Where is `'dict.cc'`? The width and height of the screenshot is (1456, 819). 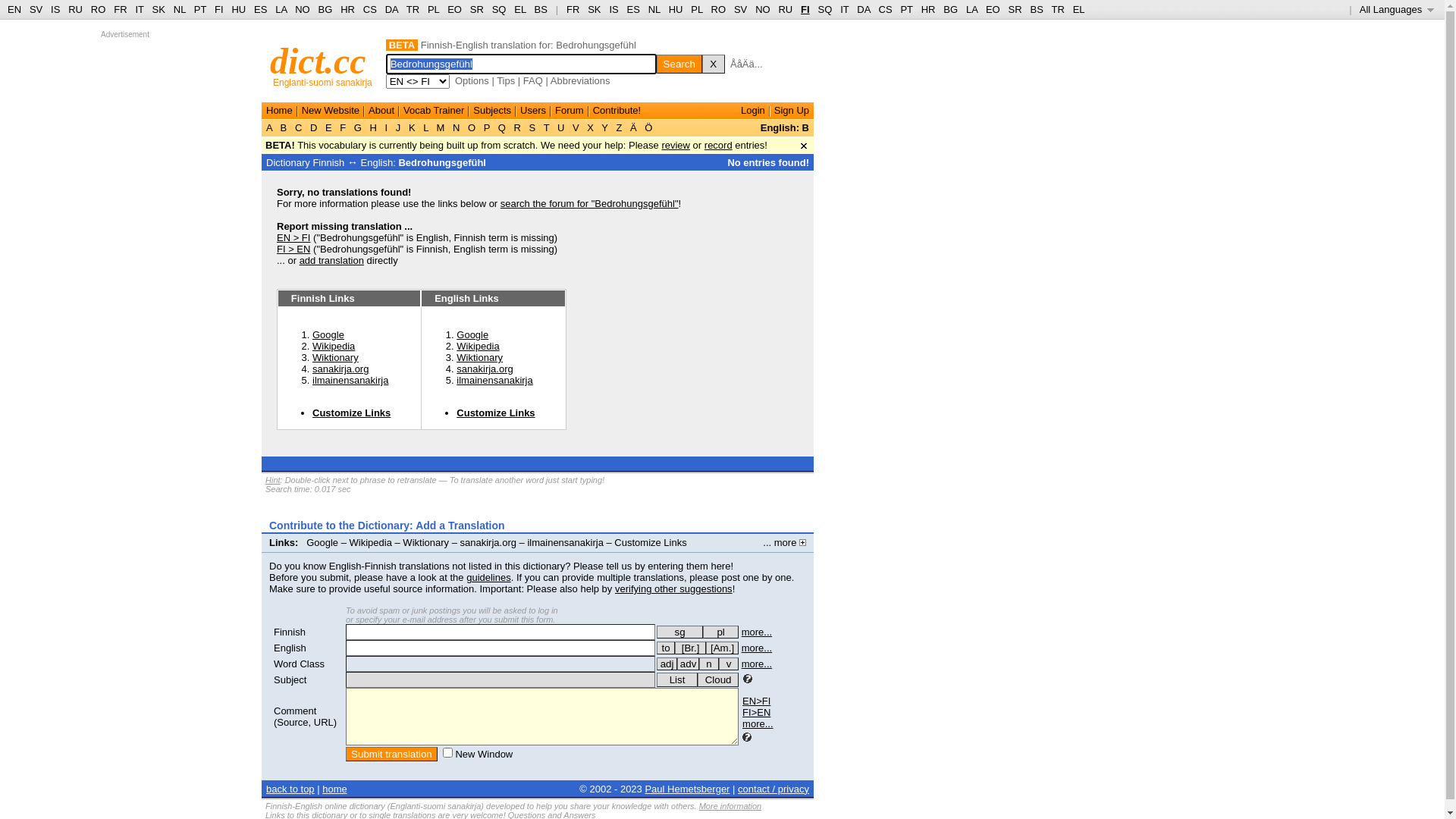 'dict.cc' is located at coordinates (317, 60).